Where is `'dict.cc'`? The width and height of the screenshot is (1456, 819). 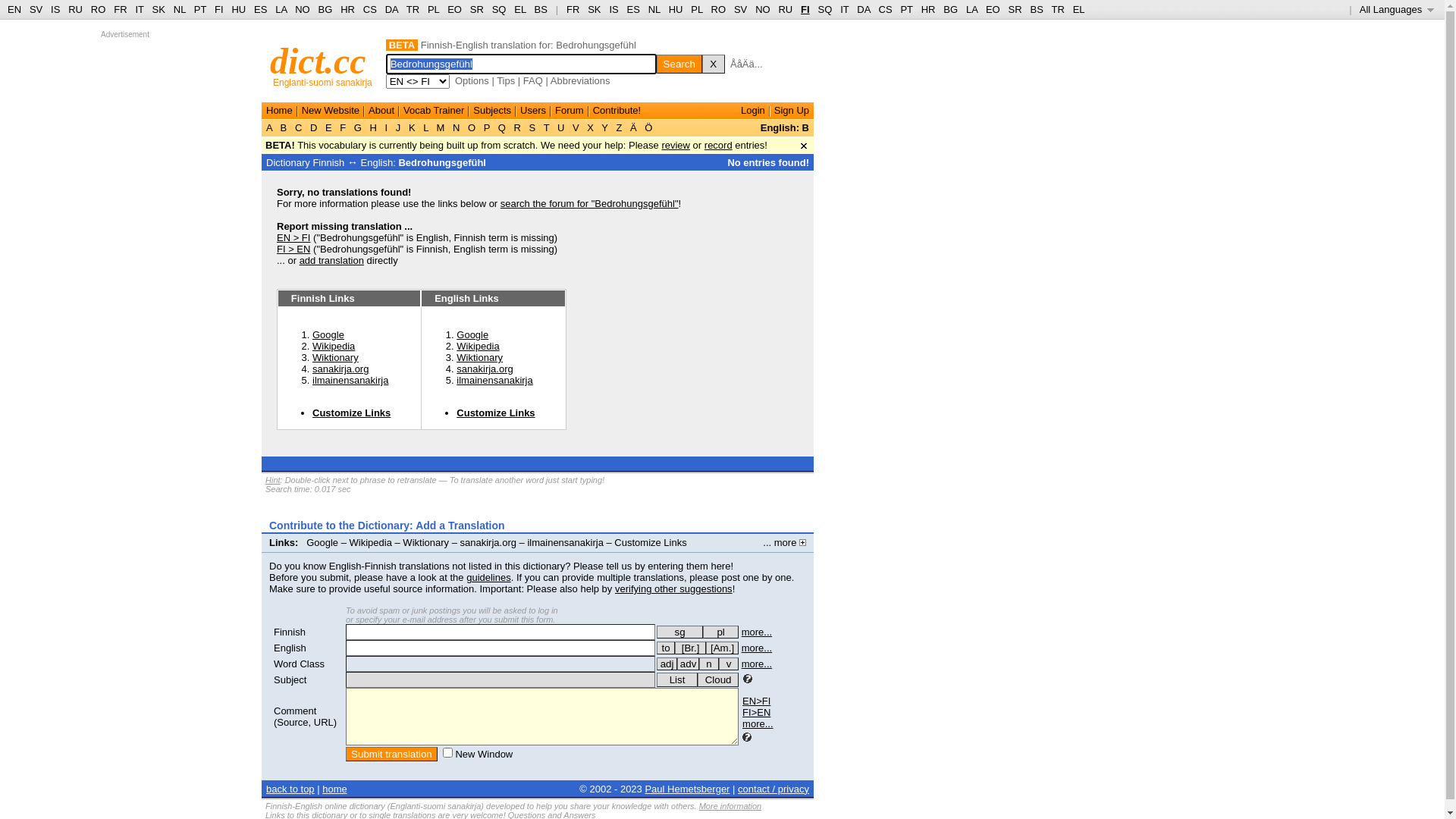 'dict.cc' is located at coordinates (317, 60).